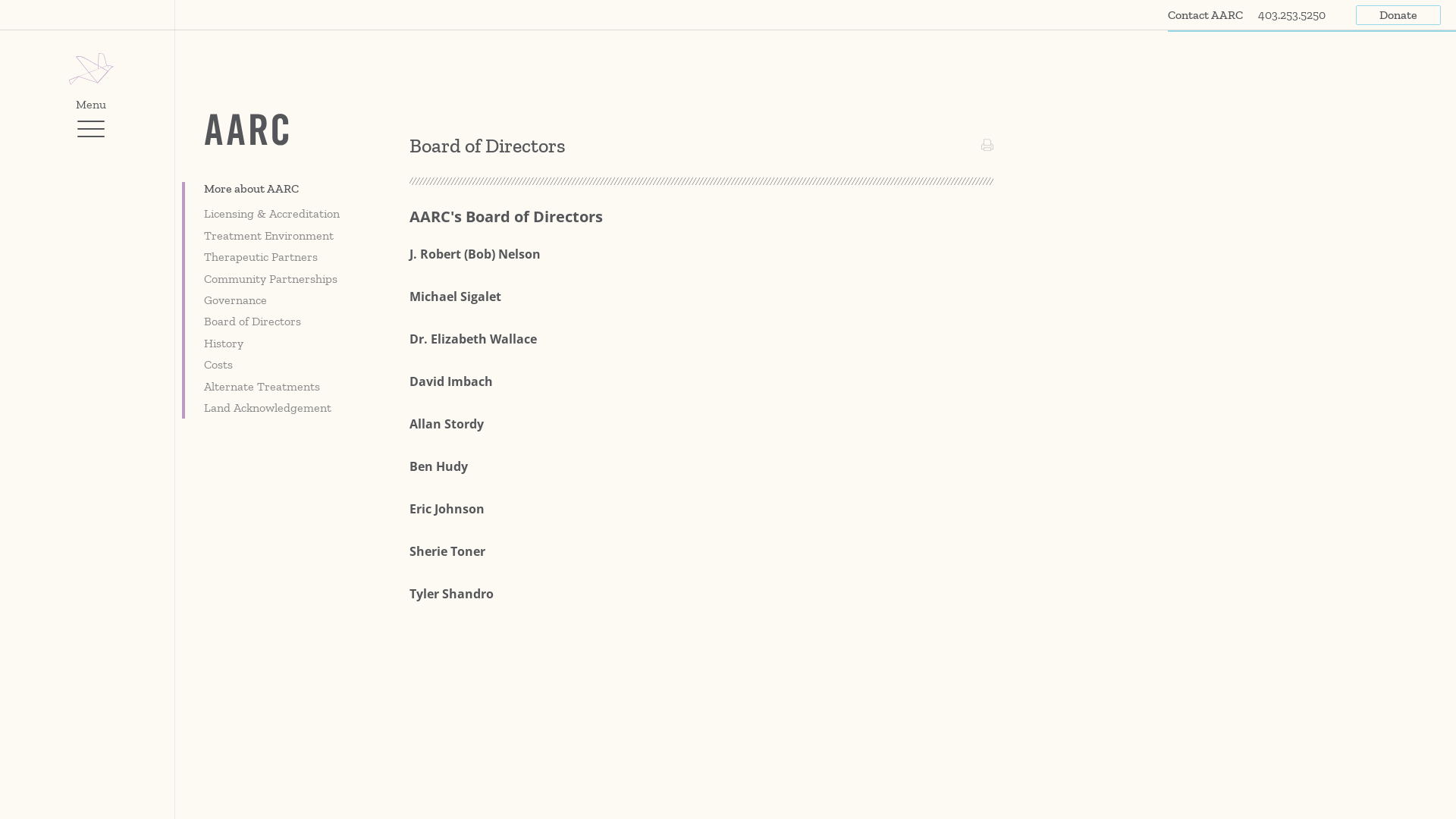  Describe the element at coordinates (284, 300) in the screenshot. I see `'Governance'` at that location.